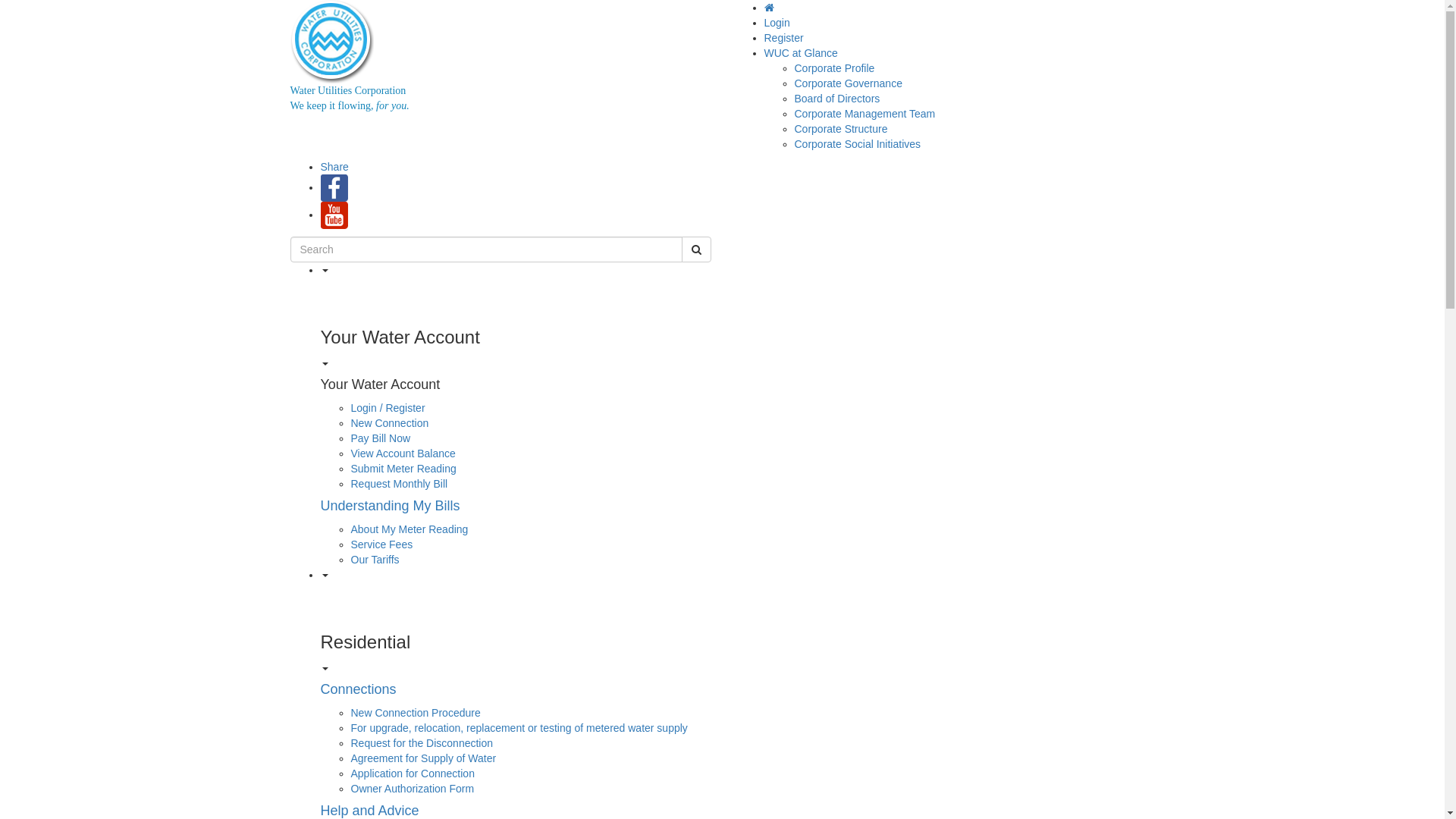  Describe the element at coordinates (793, 99) in the screenshot. I see `'Board of Directors'` at that location.